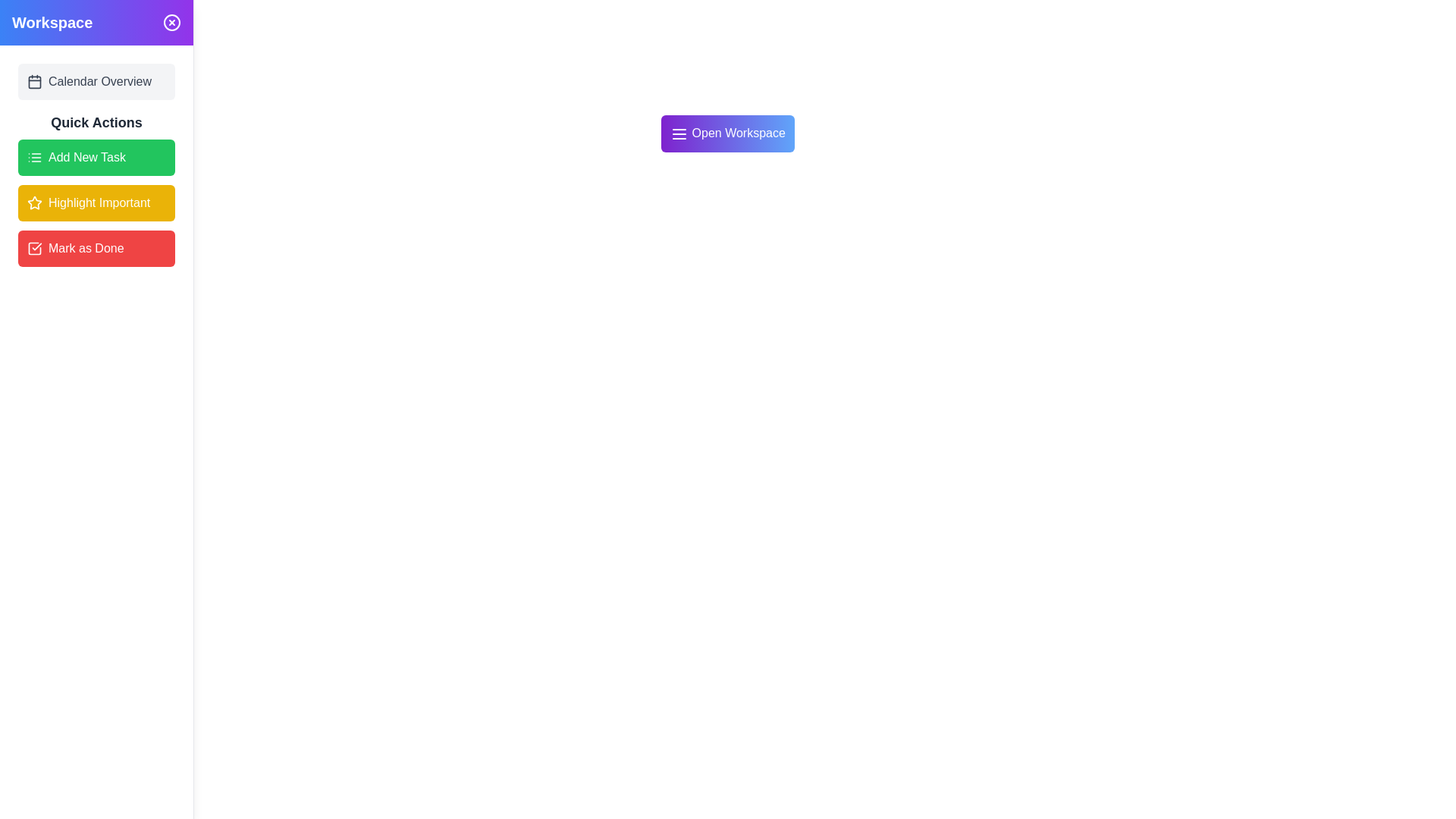 The image size is (1456, 819). I want to click on the 'Open Workspace' button with a gradient background and a hamburger menu icon, so click(728, 133).